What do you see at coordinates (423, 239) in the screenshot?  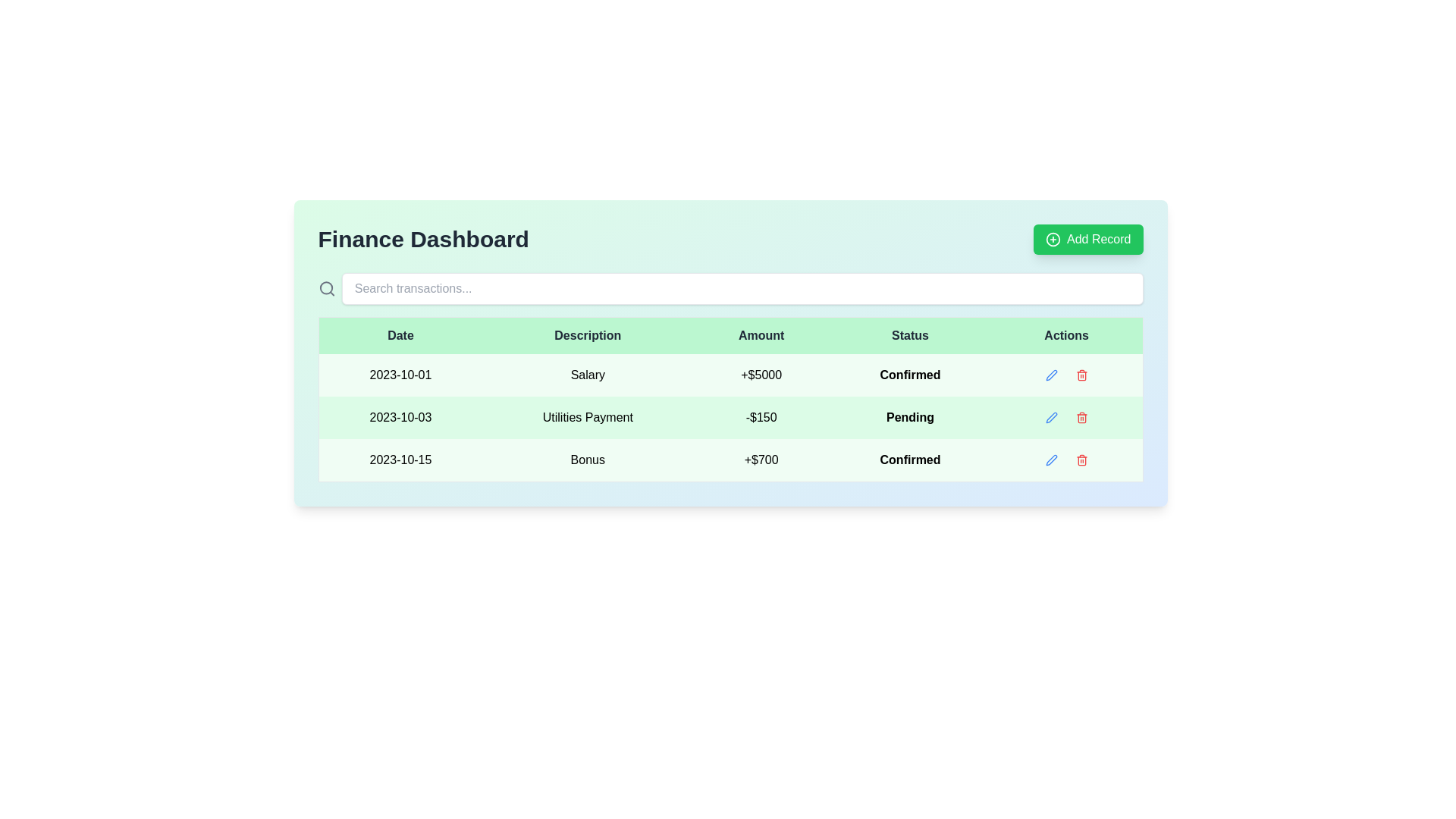 I see `bold title text 'Finance Dashboard' displayed prominently in a large, dark font against a light background` at bounding box center [423, 239].